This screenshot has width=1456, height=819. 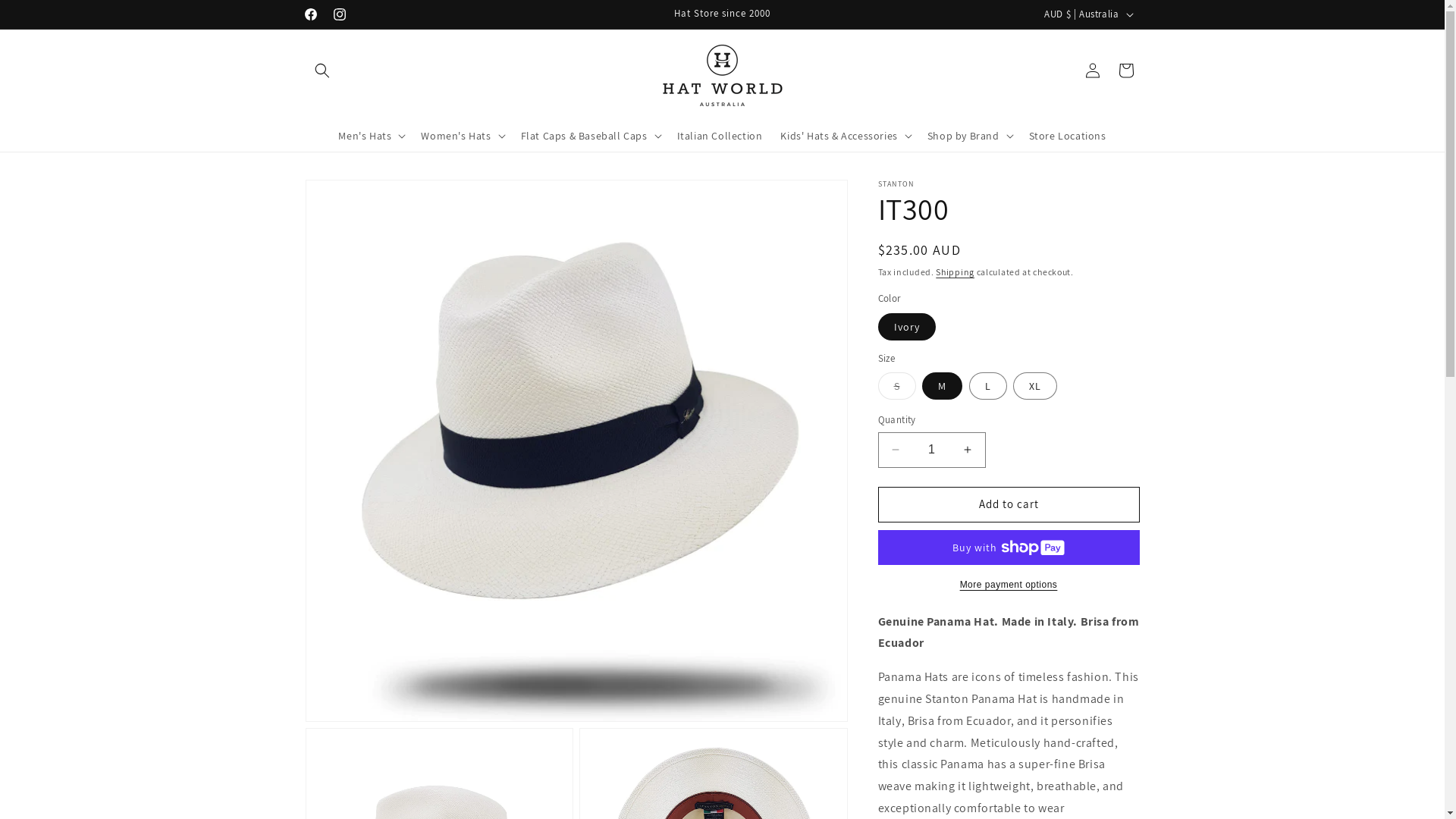 I want to click on 'Skip to product information', so click(x=350, y=196).